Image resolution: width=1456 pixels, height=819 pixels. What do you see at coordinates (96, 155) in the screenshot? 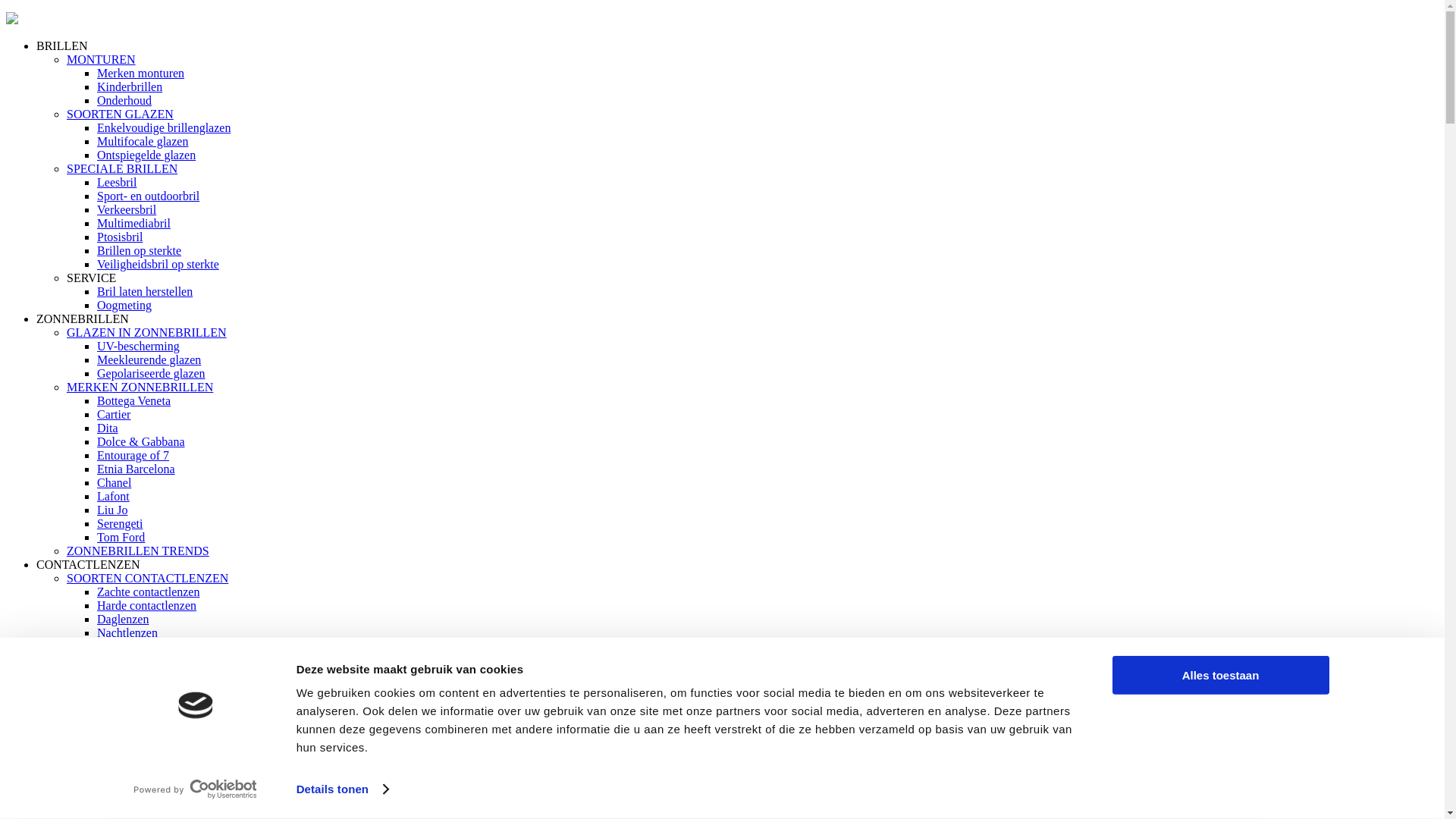
I see `'Ontspiegelde glazen'` at bounding box center [96, 155].